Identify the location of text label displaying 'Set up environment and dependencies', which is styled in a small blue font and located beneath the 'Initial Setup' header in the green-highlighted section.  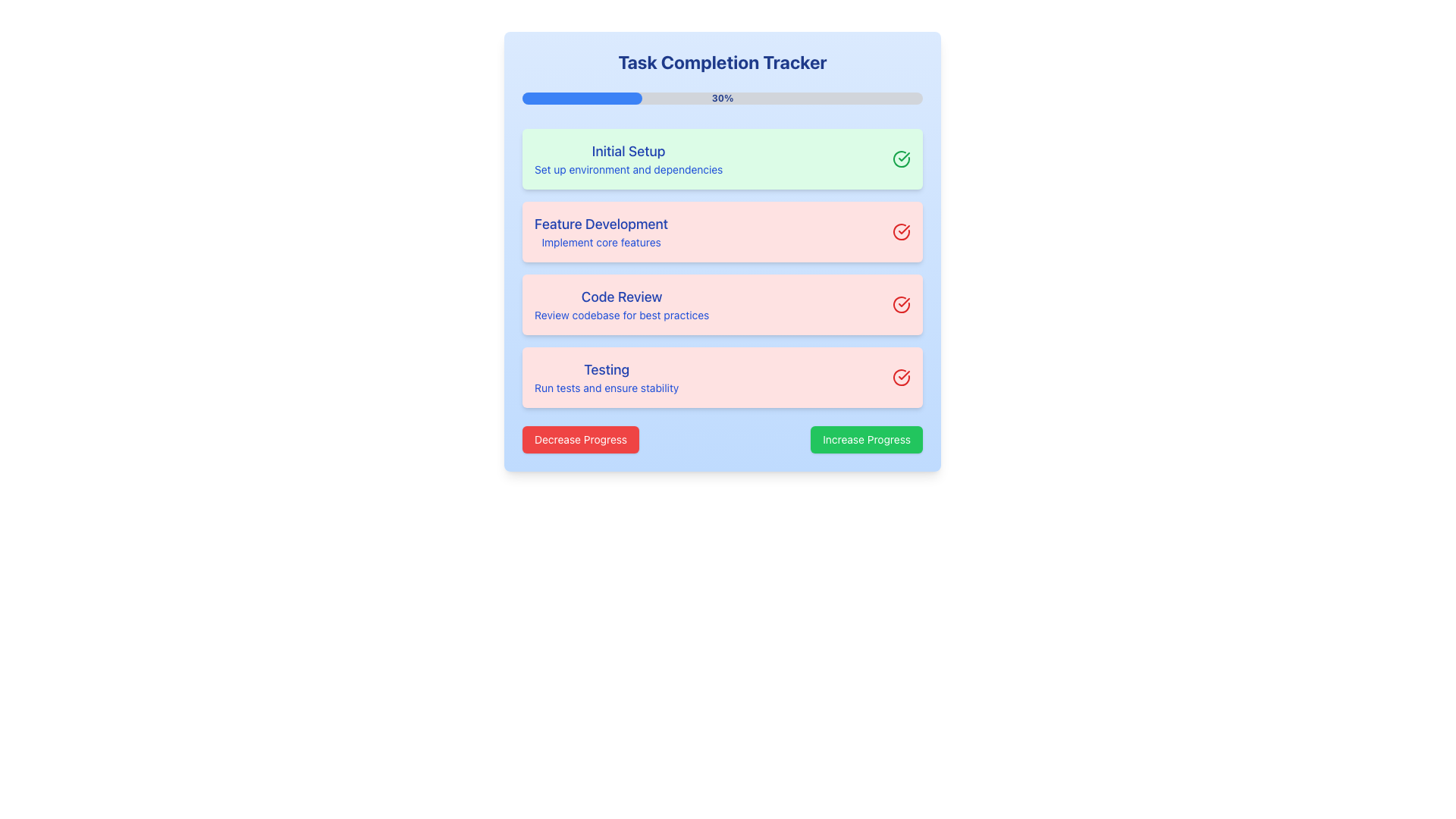
(629, 169).